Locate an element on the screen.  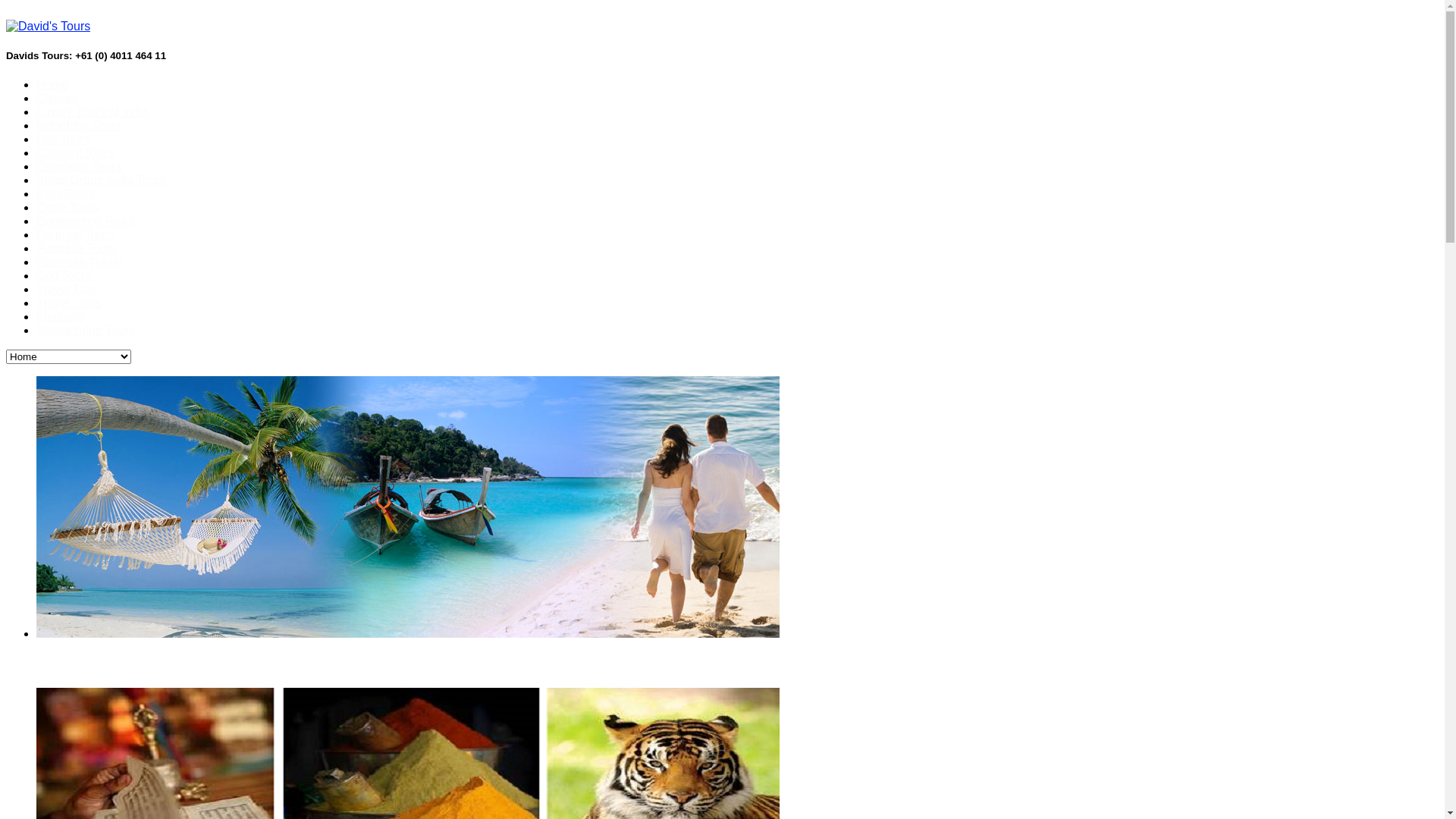
'Holi Tours' is located at coordinates (36, 139).